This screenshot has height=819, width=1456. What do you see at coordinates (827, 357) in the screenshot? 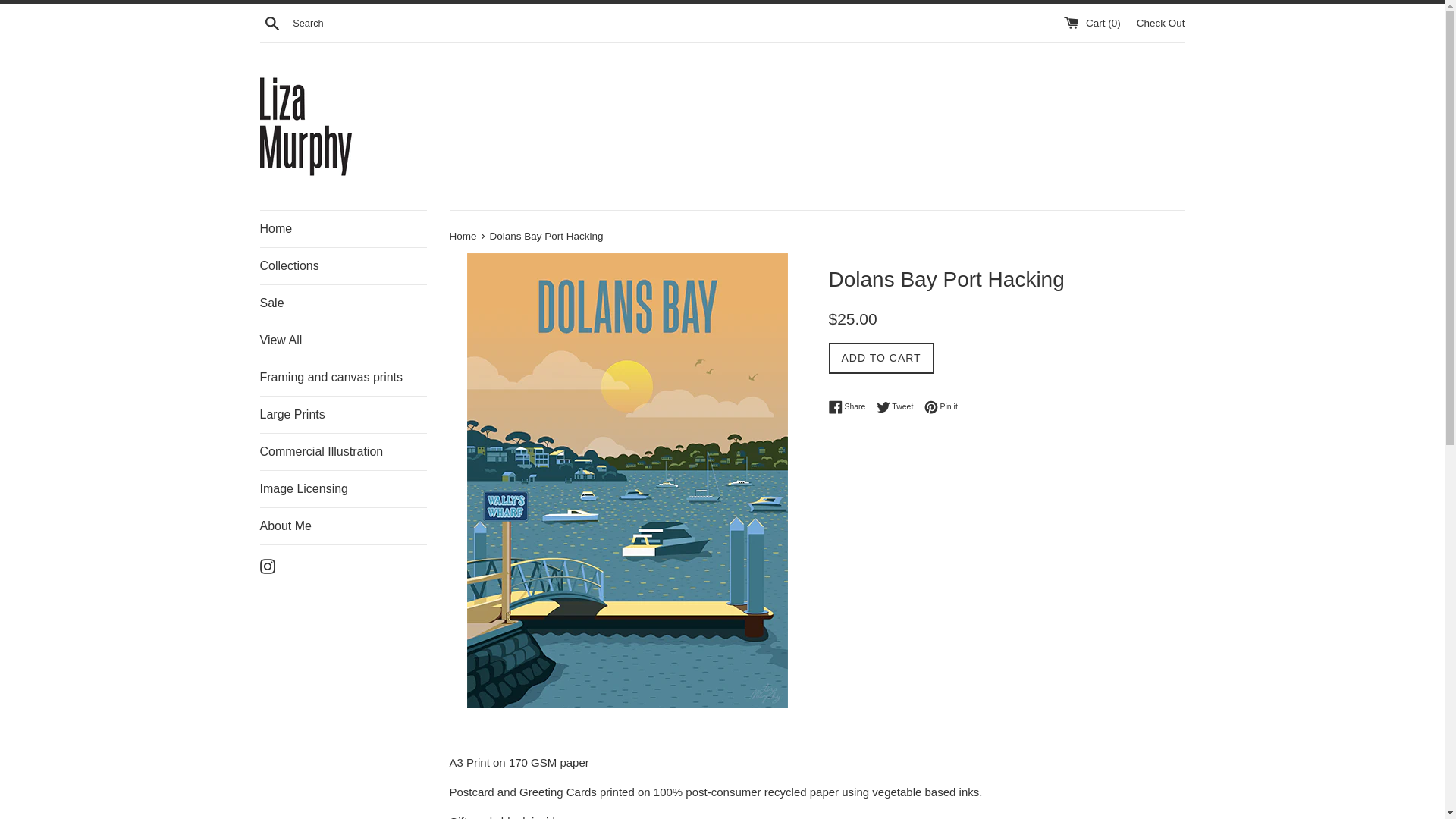
I see `'ADD TO CART'` at bounding box center [827, 357].